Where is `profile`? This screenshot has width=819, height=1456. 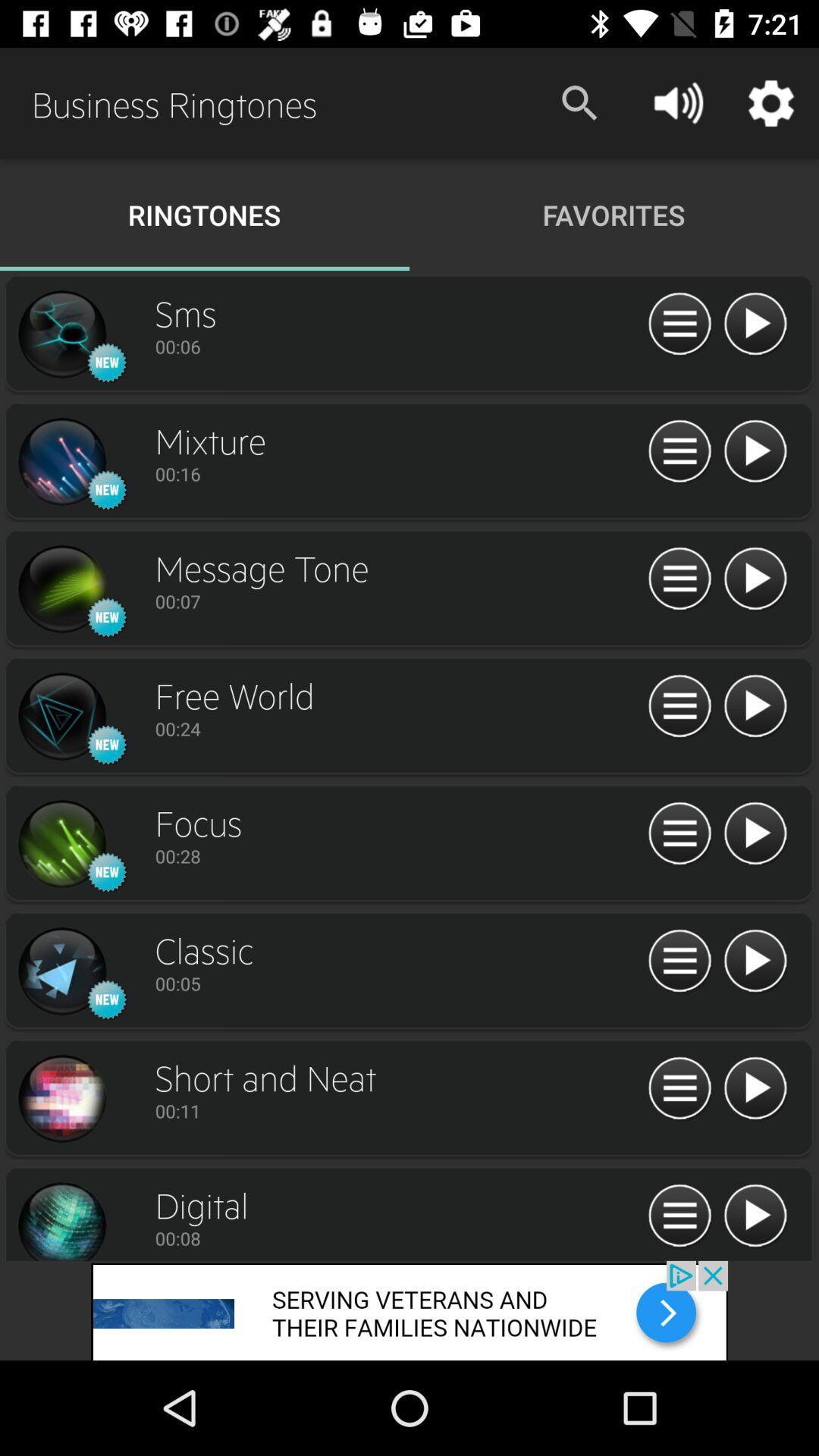 profile is located at coordinates (61, 1219).